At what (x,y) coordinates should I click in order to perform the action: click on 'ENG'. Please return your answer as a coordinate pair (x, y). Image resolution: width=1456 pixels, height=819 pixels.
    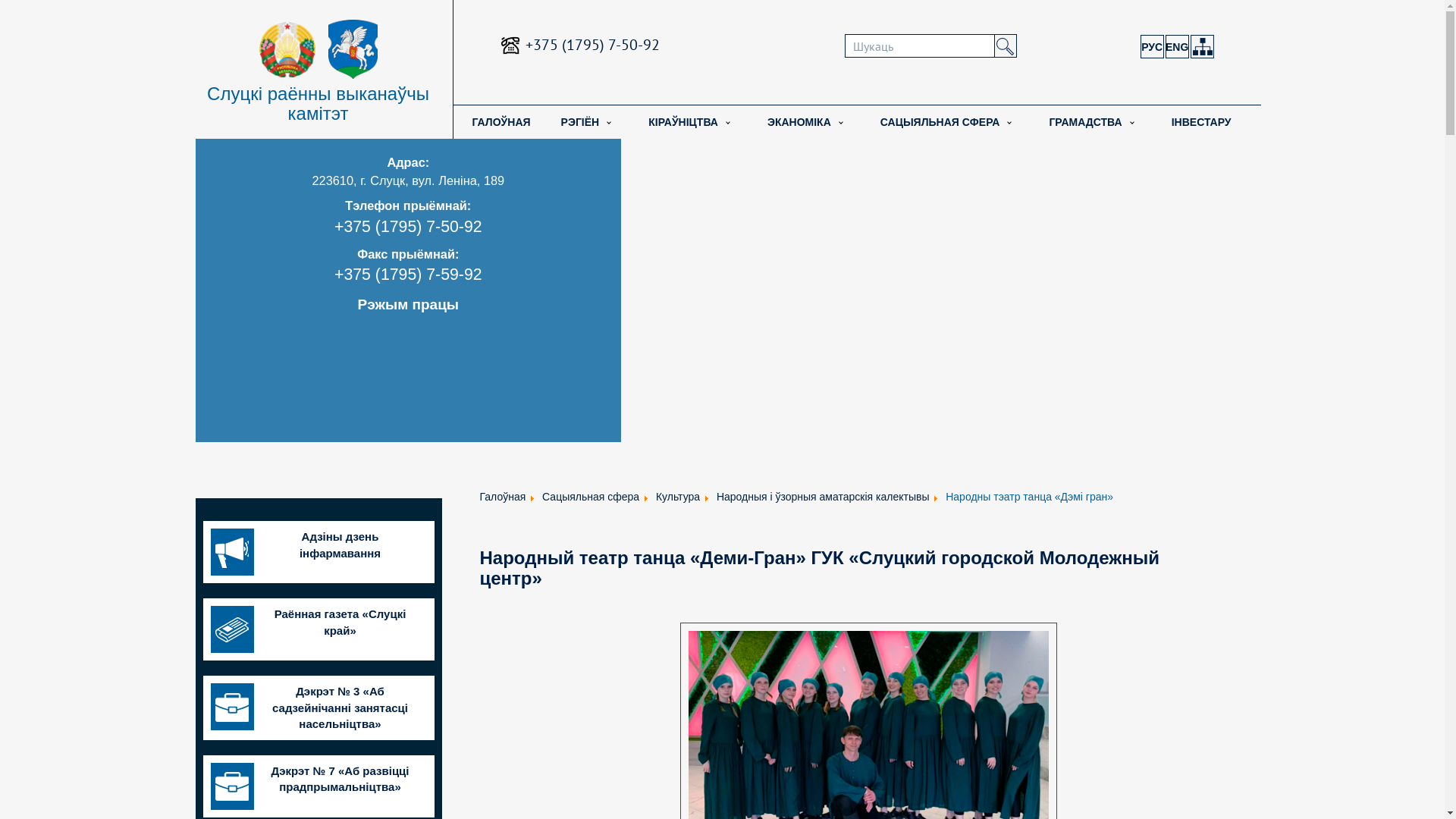
    Looking at the image, I should click on (1176, 45).